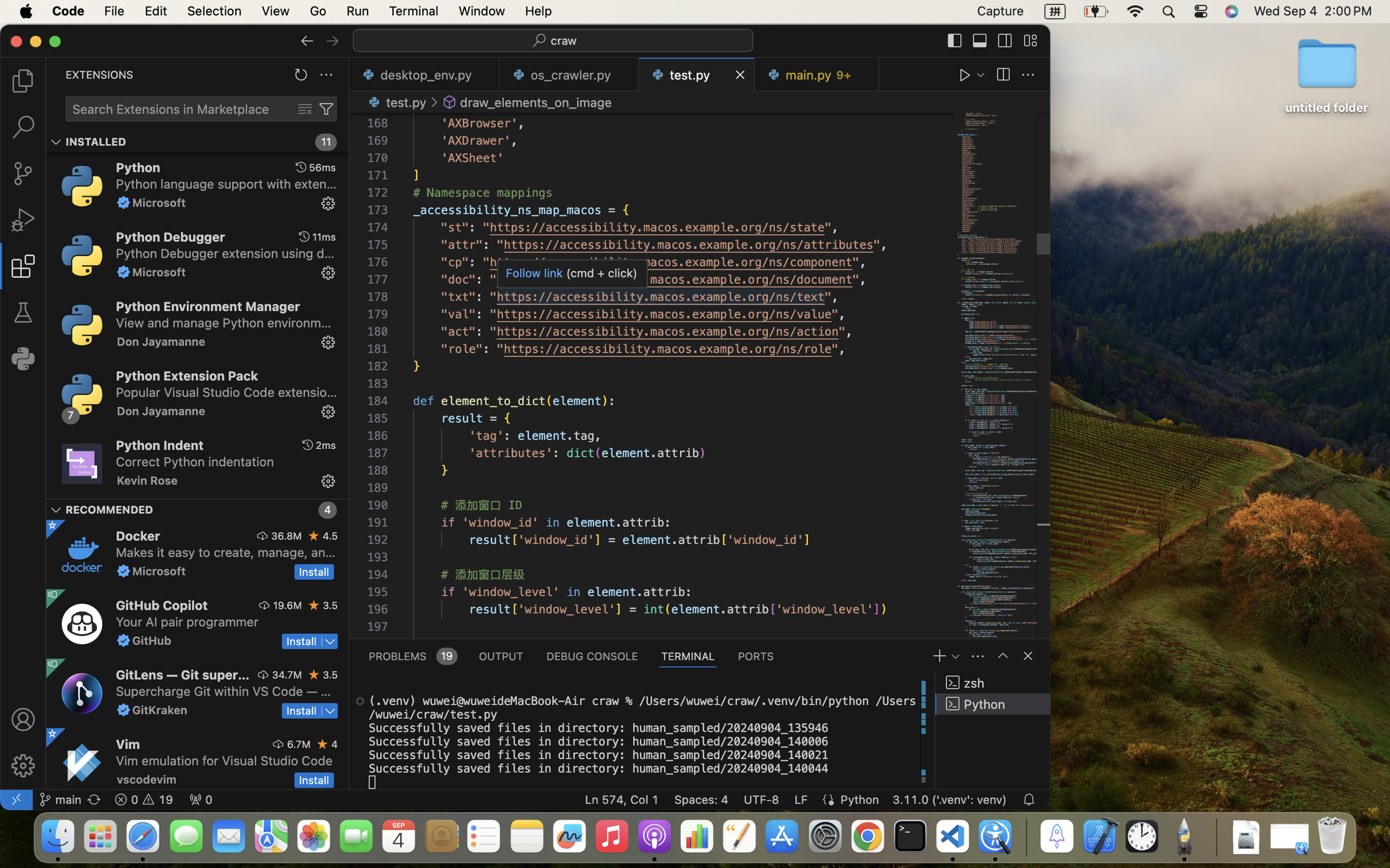  What do you see at coordinates (1028, 656) in the screenshot?
I see `''` at bounding box center [1028, 656].